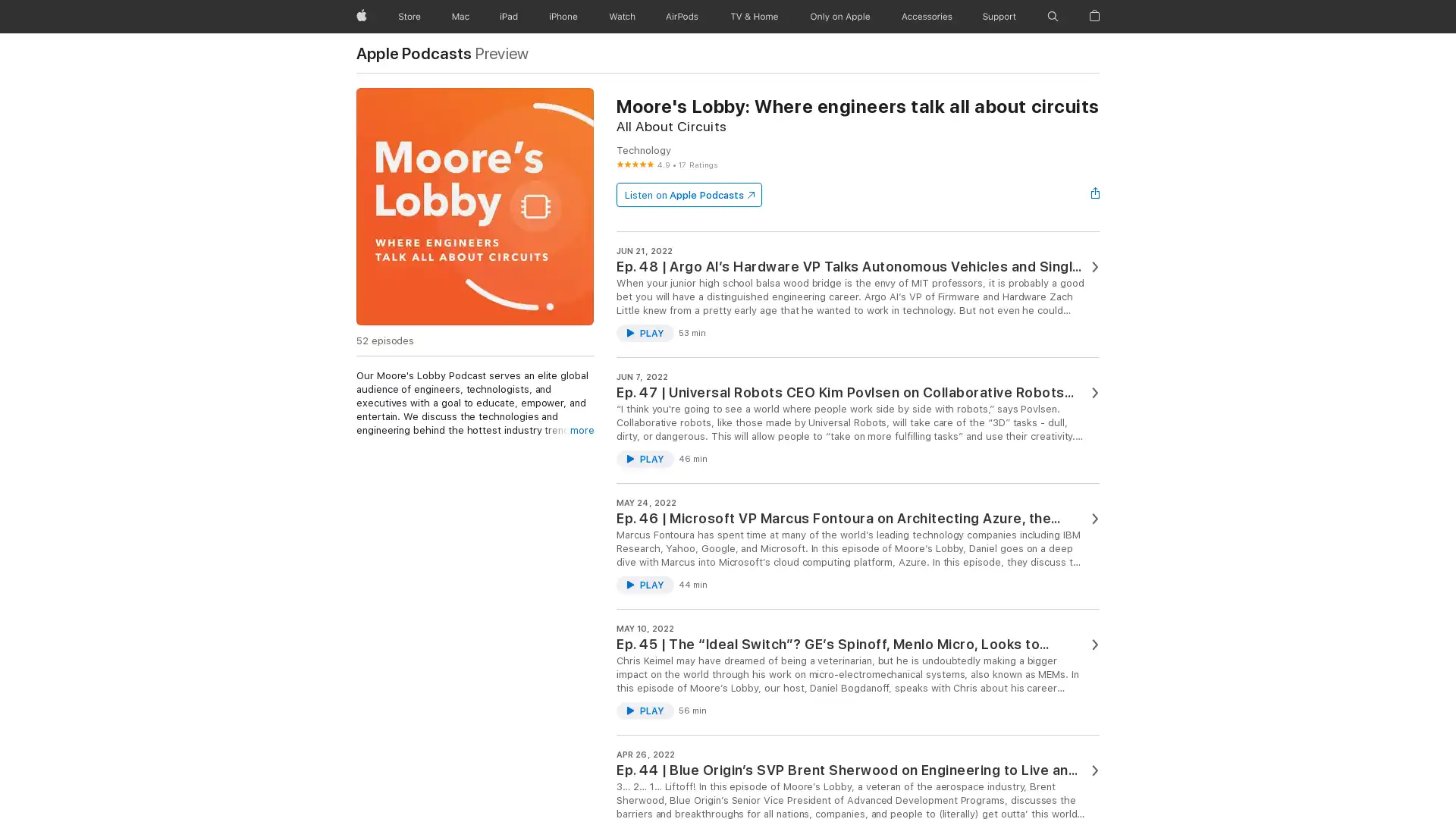 Image resolution: width=1456 pixels, height=819 pixels. I want to click on Play Ep. 47 | Universal Robots CEO Kim Povlsen on Collaborative Robots for the 98% by @@podcastArtist@@, so click(645, 458).